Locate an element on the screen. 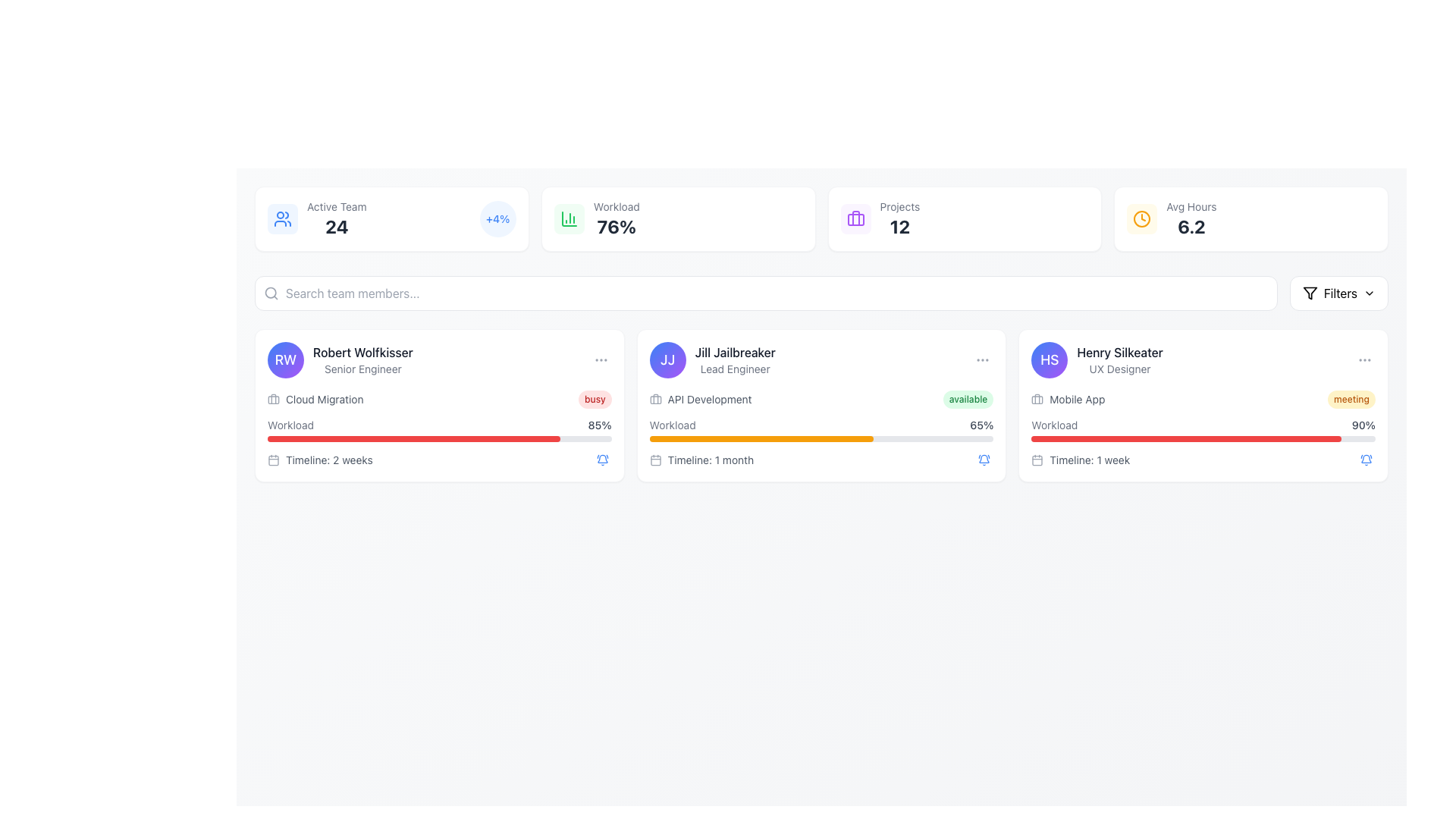 The width and height of the screenshot is (1456, 819). the '+4%' label, which is displayed in bold blue text on a light blue circular background, located to the right of the 'Active Team' label is located at coordinates (497, 219).